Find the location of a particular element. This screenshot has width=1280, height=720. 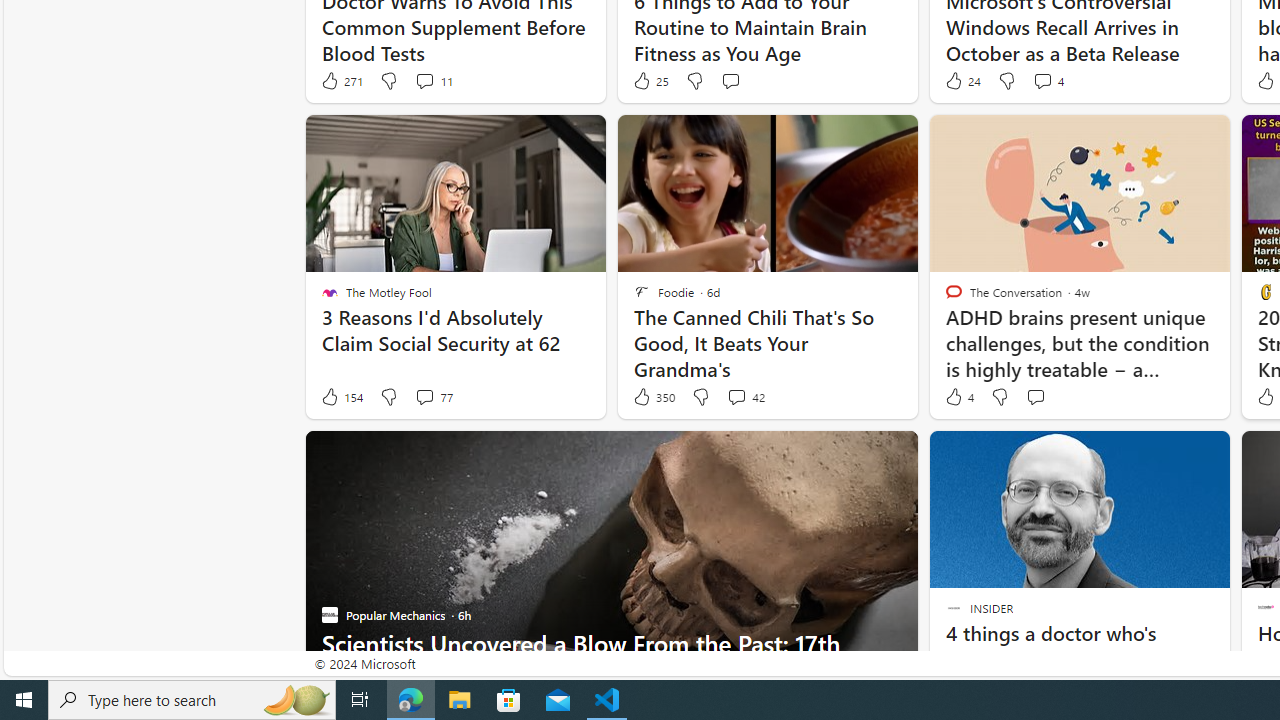

'271 Like' is located at coordinates (341, 80).